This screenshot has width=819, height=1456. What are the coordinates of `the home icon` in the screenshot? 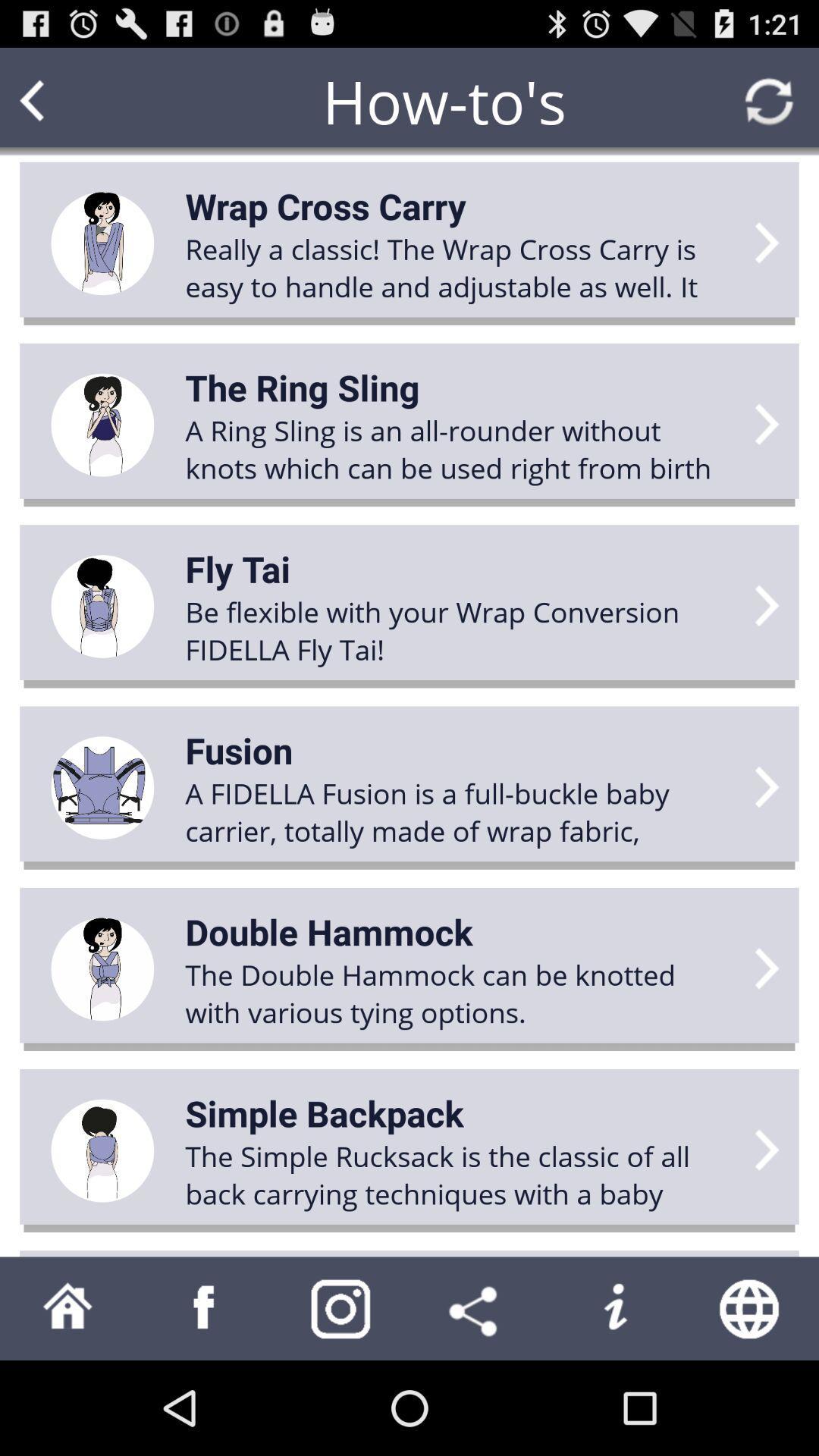 It's located at (67, 1400).